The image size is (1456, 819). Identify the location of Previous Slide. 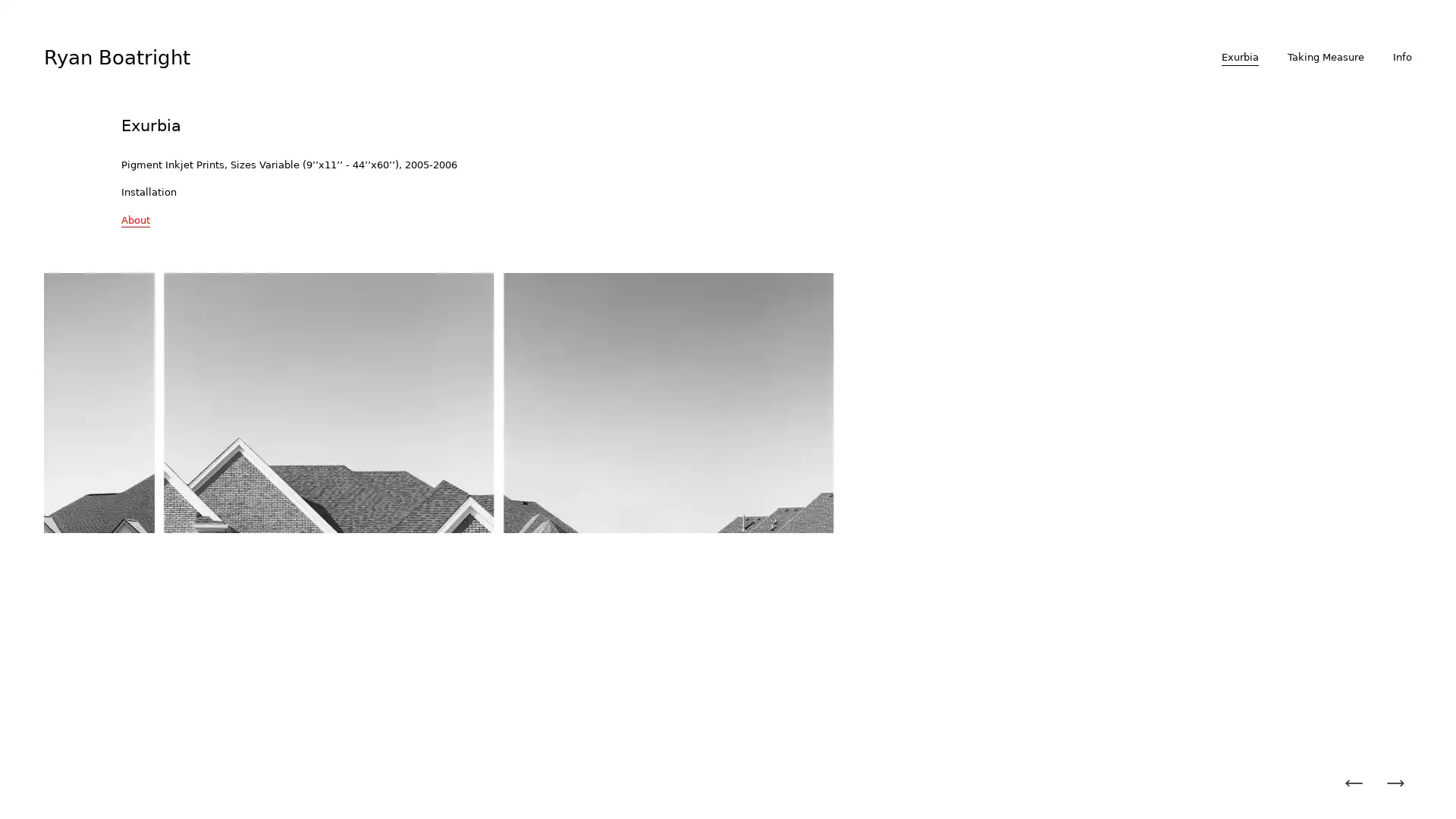
(1354, 783).